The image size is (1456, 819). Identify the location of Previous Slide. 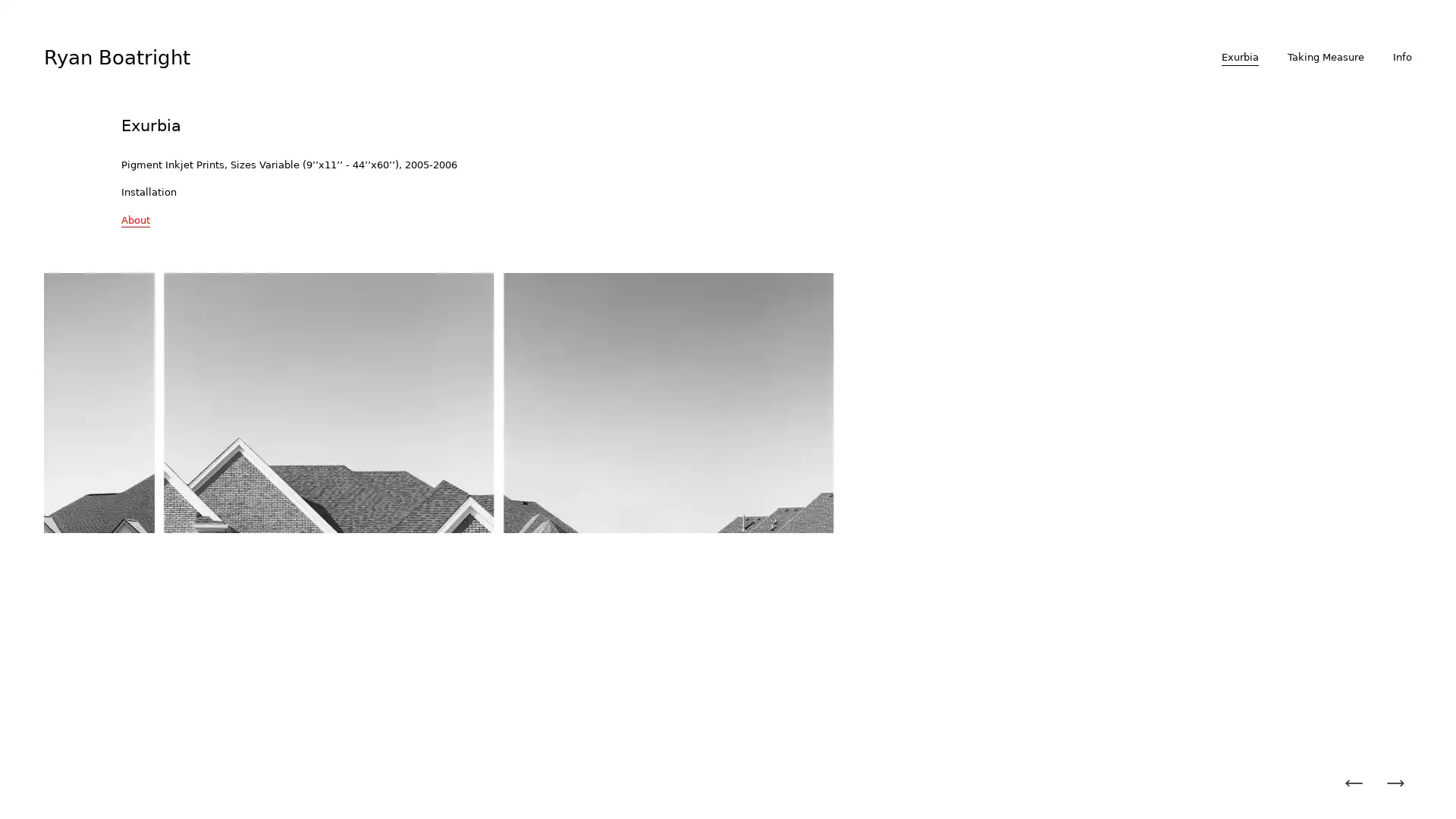
(1354, 783).